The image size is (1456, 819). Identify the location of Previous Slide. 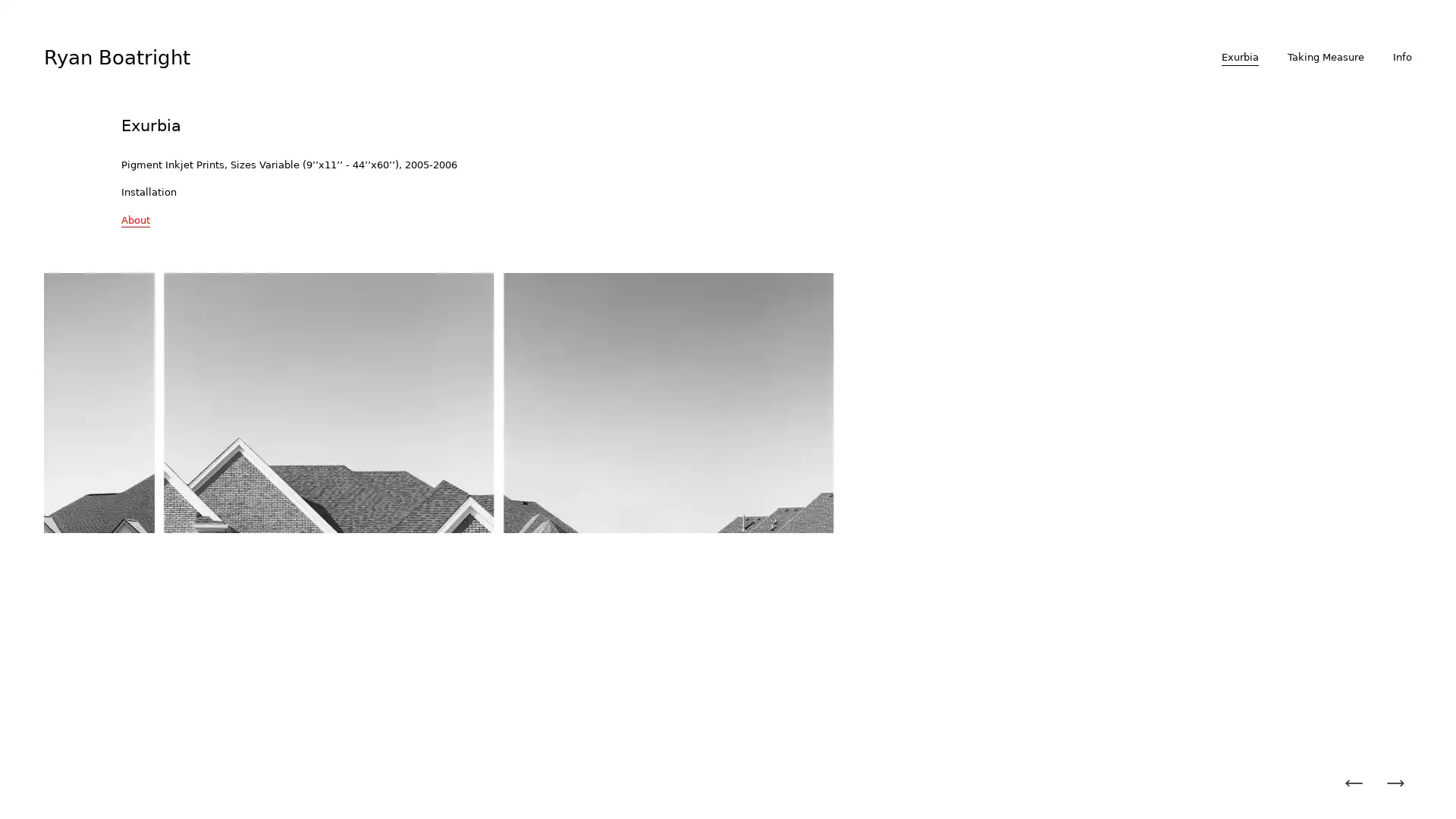
(1354, 783).